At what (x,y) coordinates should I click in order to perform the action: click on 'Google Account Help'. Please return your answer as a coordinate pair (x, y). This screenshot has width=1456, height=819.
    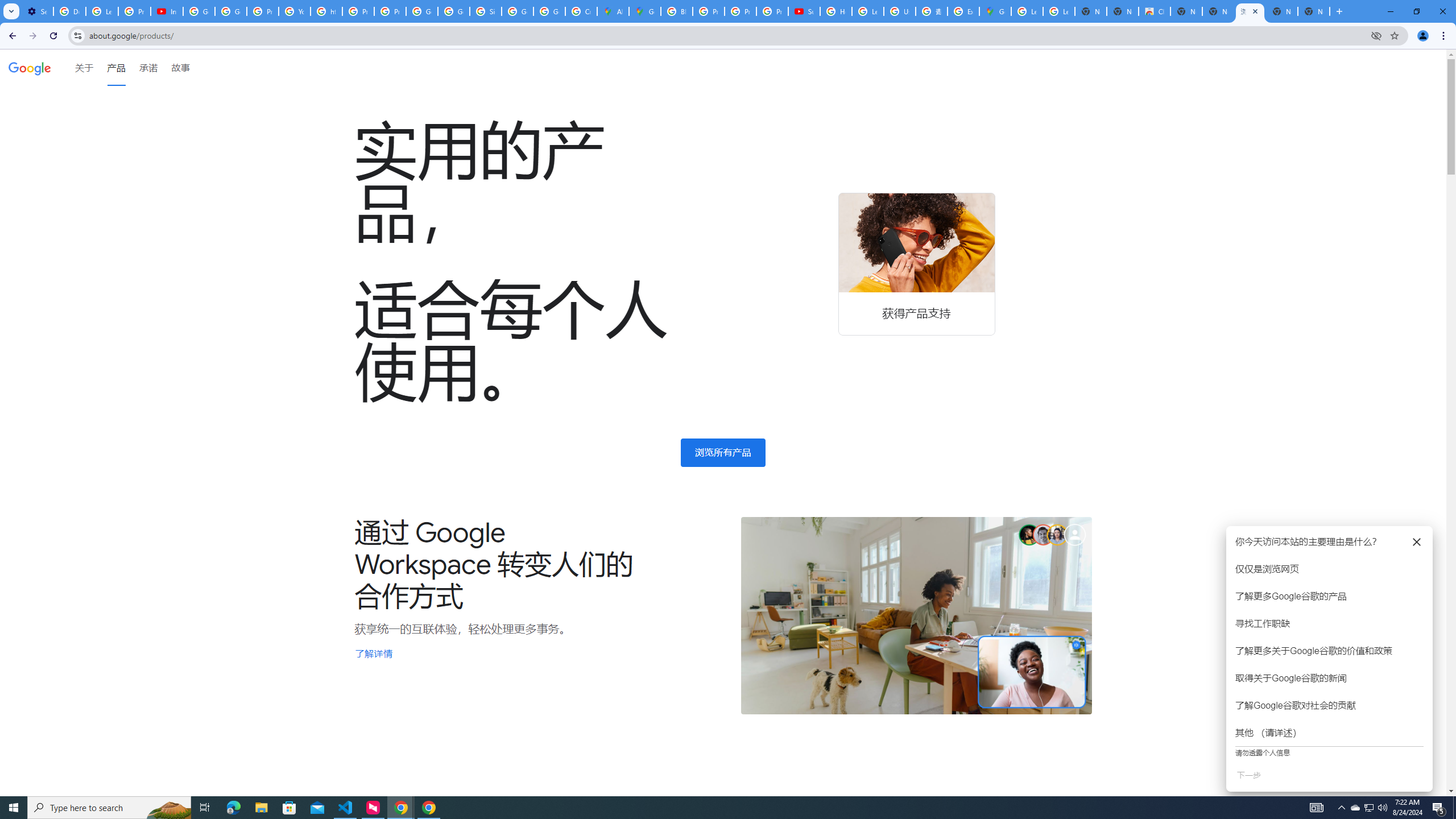
    Looking at the image, I should click on (198, 11).